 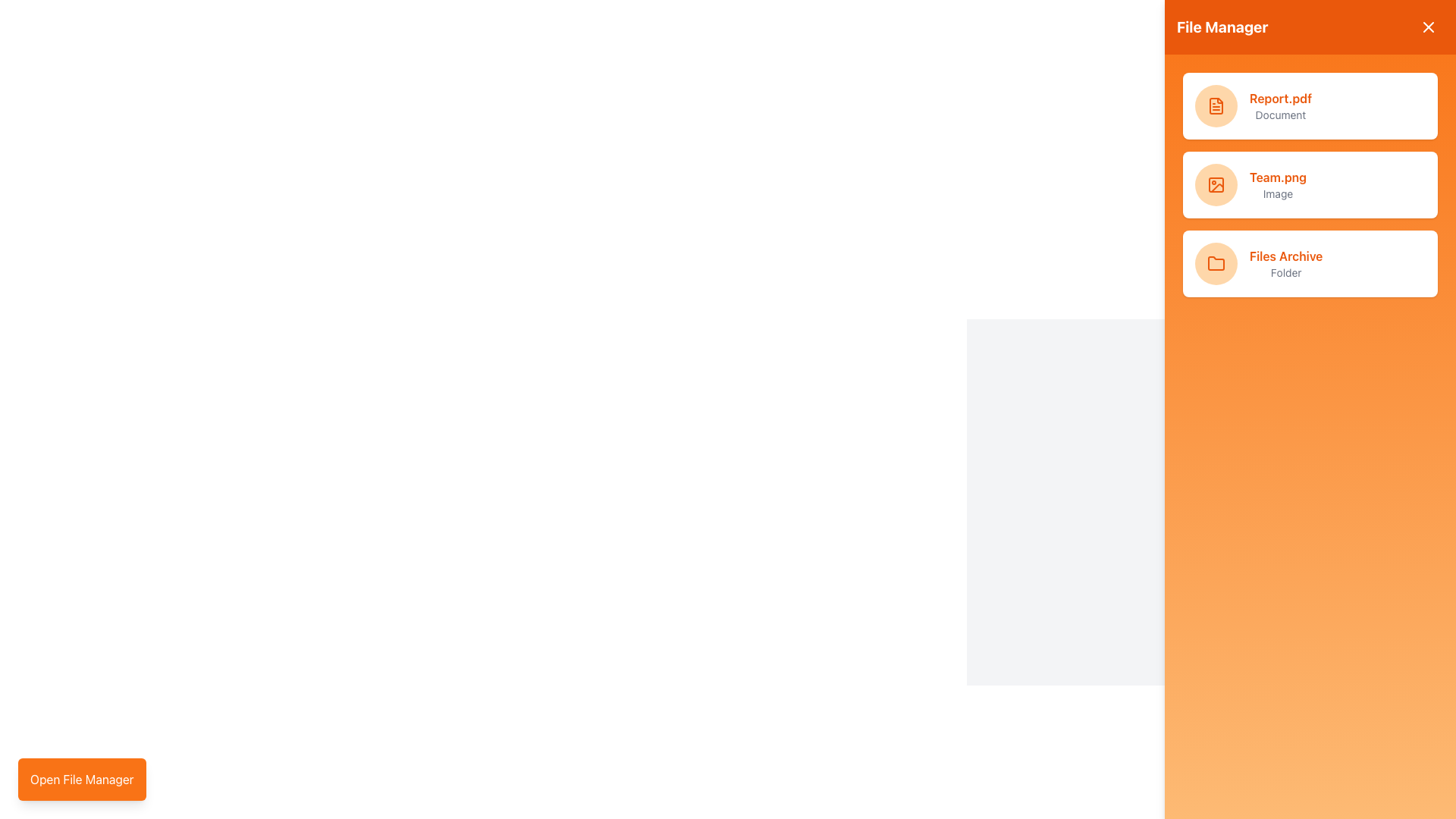 I want to click on the 'Report.pdf' file icon from the File Manager interface, so click(x=1216, y=105).